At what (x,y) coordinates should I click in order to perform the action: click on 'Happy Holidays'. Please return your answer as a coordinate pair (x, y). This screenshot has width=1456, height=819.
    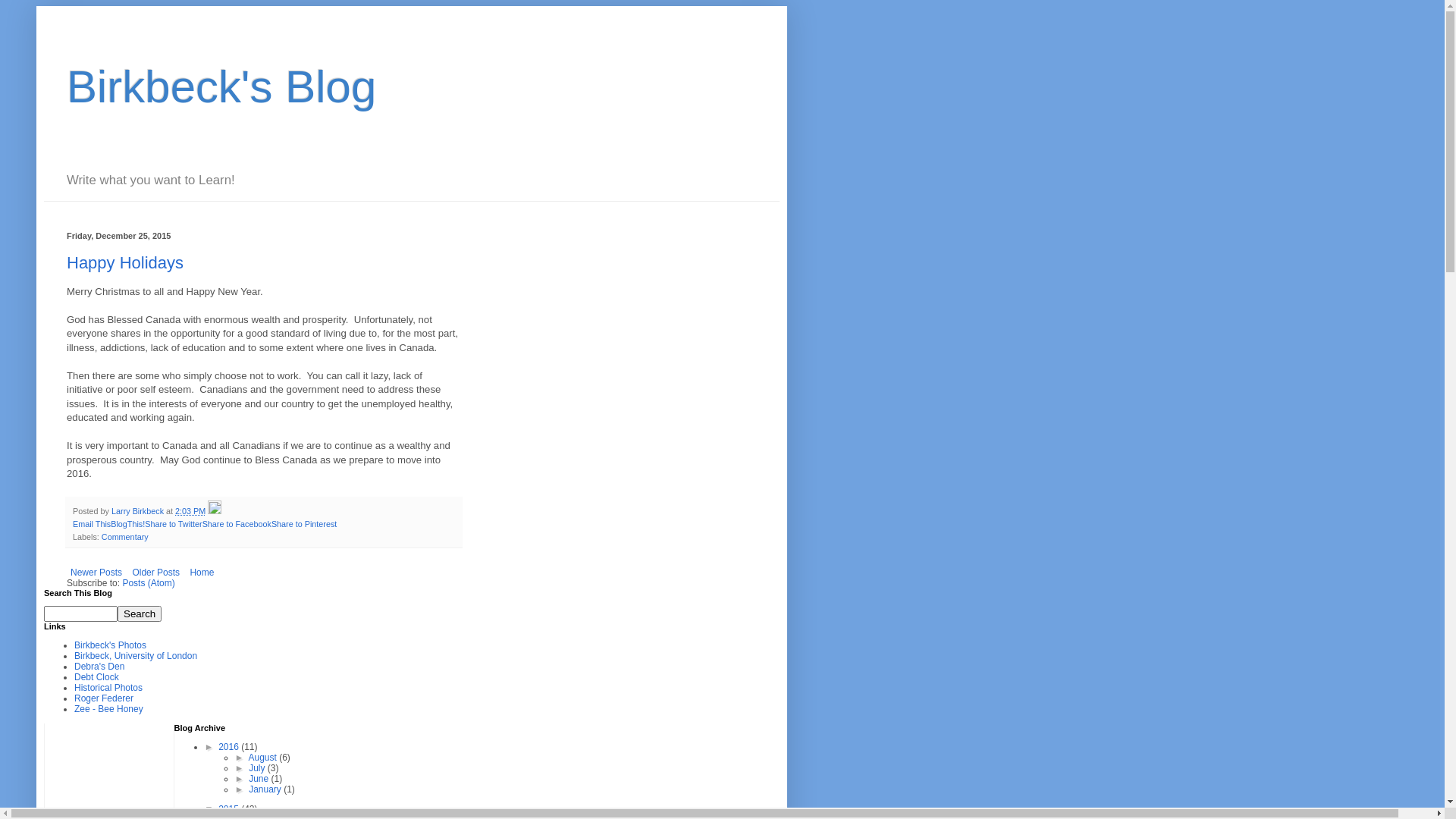
    Looking at the image, I should click on (124, 262).